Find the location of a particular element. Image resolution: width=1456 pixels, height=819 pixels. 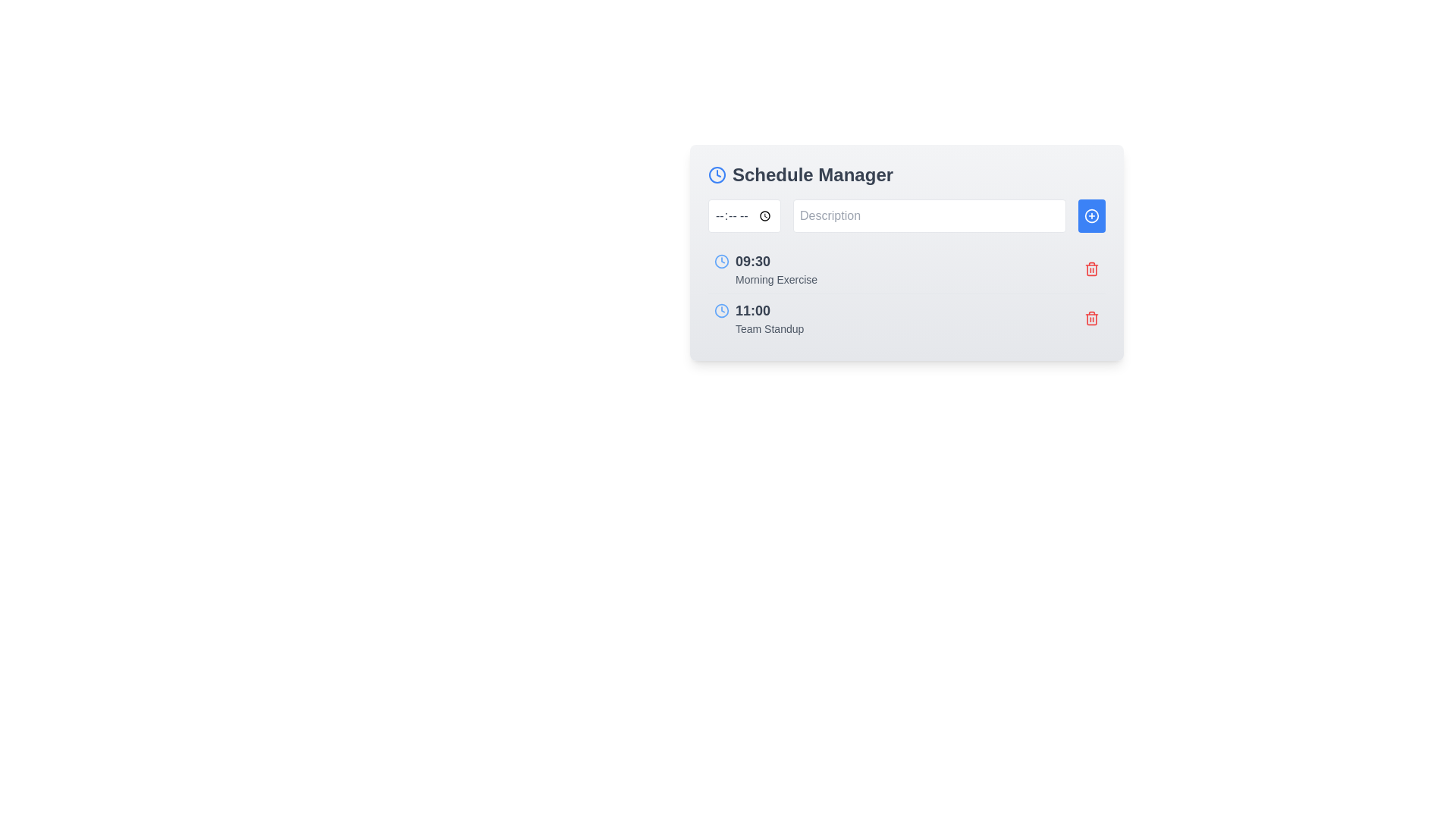

the static label with the clock icon and the time label '11:00' representing a calendar event, which is the second entry in the Schedule Manager interface is located at coordinates (759, 318).